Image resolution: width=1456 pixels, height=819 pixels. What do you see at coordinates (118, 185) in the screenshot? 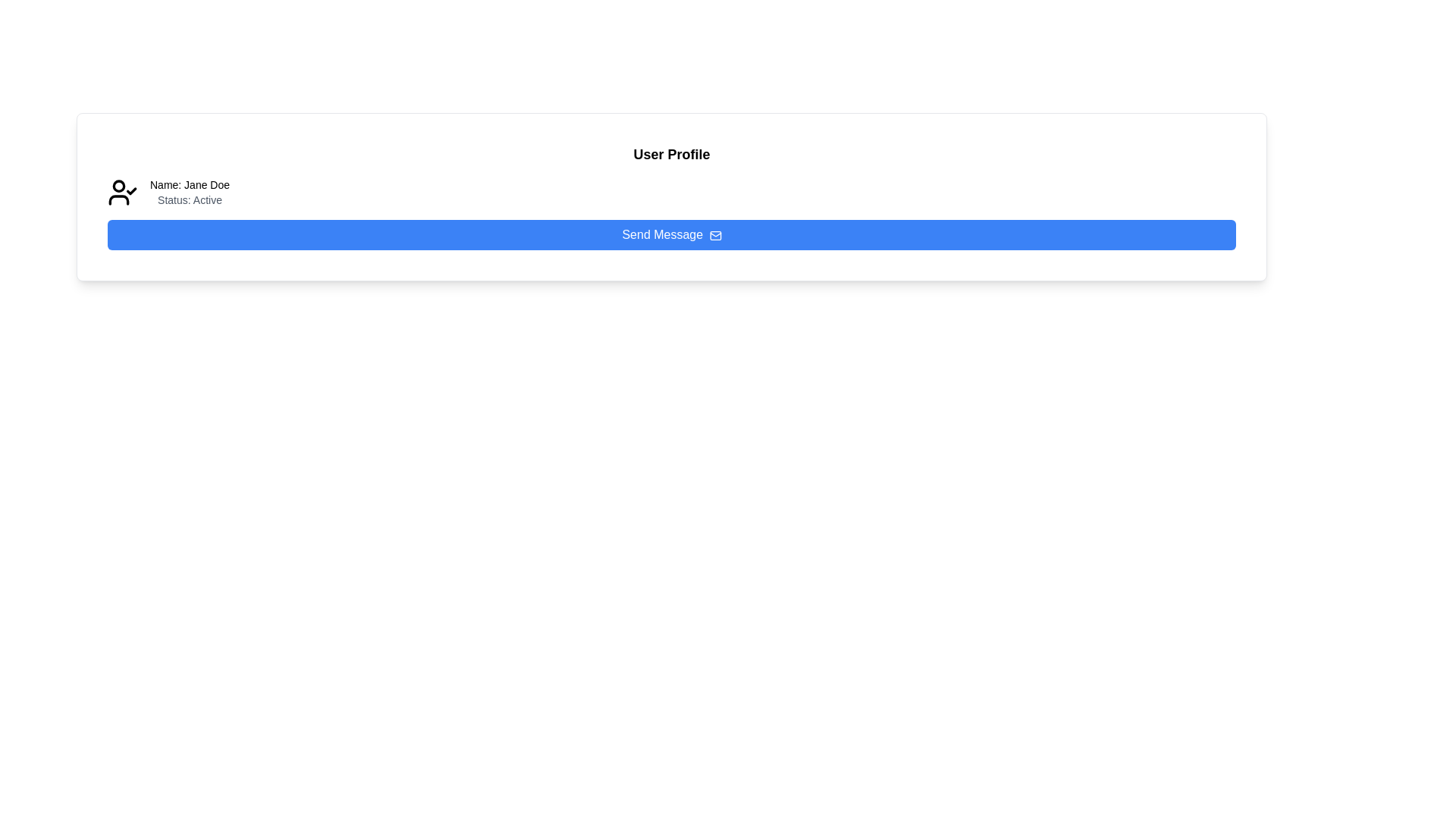
I see `the filled circular vector graphic that represents the user's profile icon, located to the left of the name and status text` at bounding box center [118, 185].